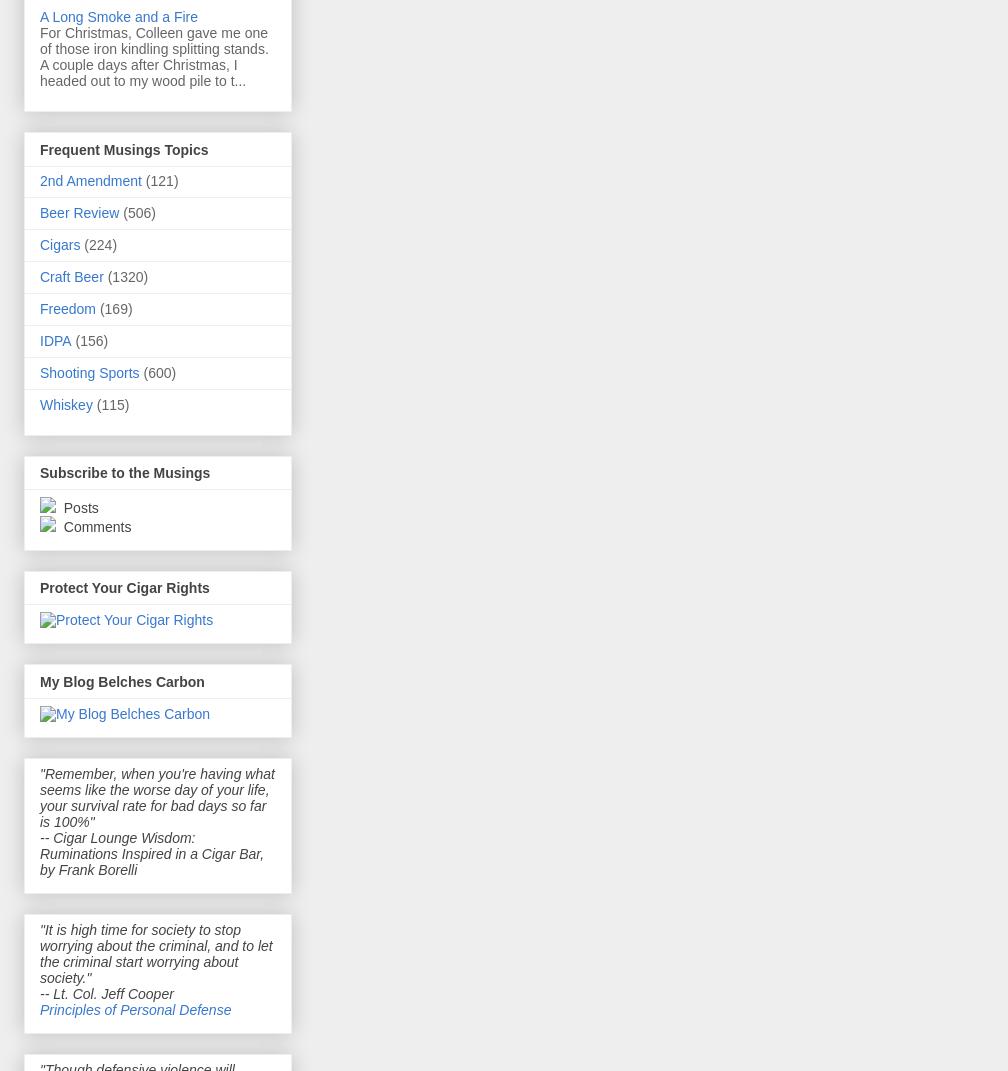 Image resolution: width=1008 pixels, height=1071 pixels. Describe the element at coordinates (154, 55) in the screenshot. I see `'For Christmas, Colleen gave me one of those iron kindling splitting stands. A couple days after Christmas, I headed out to my wood pile to t...'` at that location.